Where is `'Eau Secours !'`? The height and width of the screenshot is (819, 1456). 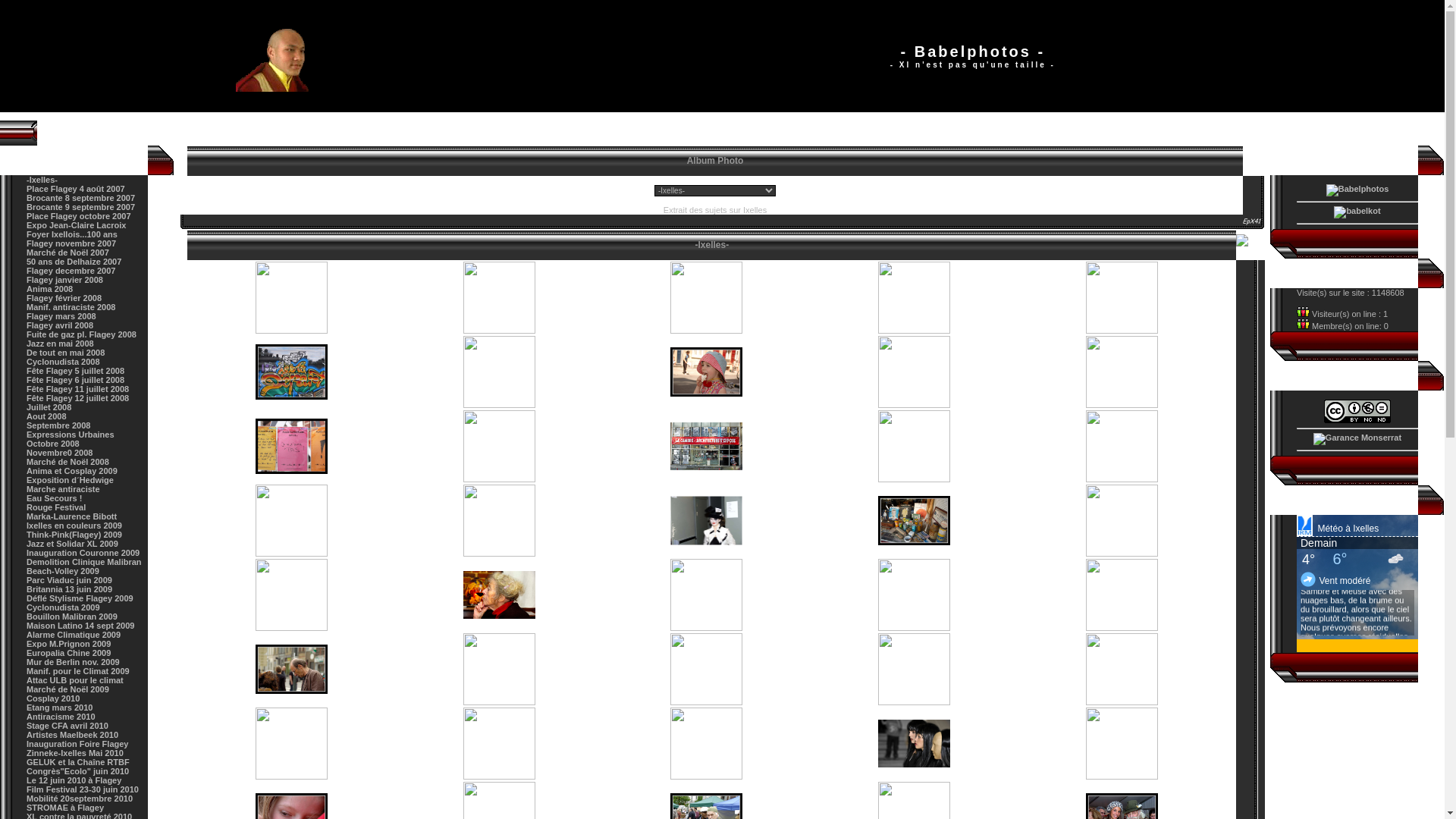 'Eau Secours !' is located at coordinates (54, 497).